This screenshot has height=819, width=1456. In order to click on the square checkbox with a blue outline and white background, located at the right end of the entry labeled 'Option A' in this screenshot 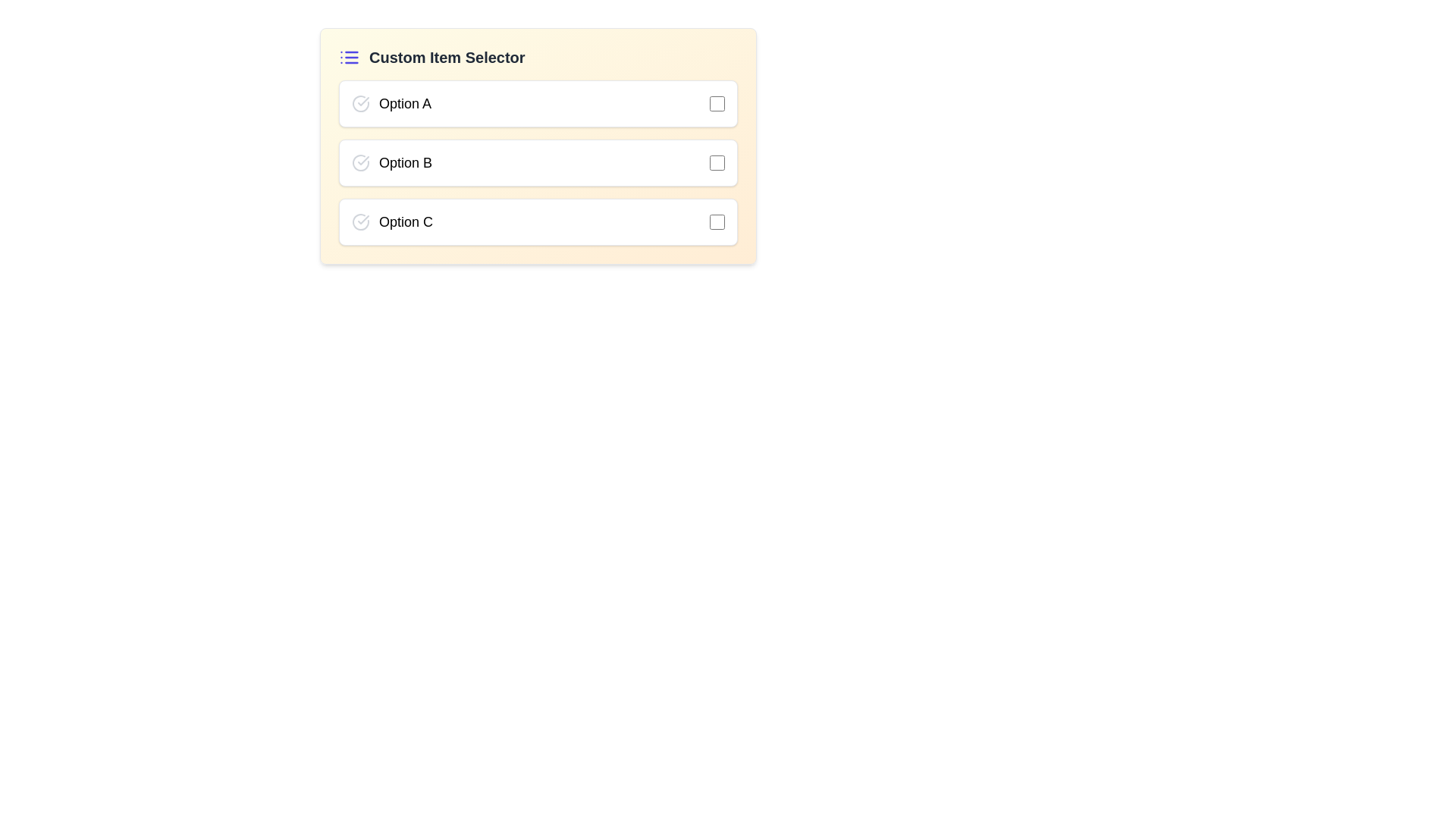, I will do `click(716, 103)`.